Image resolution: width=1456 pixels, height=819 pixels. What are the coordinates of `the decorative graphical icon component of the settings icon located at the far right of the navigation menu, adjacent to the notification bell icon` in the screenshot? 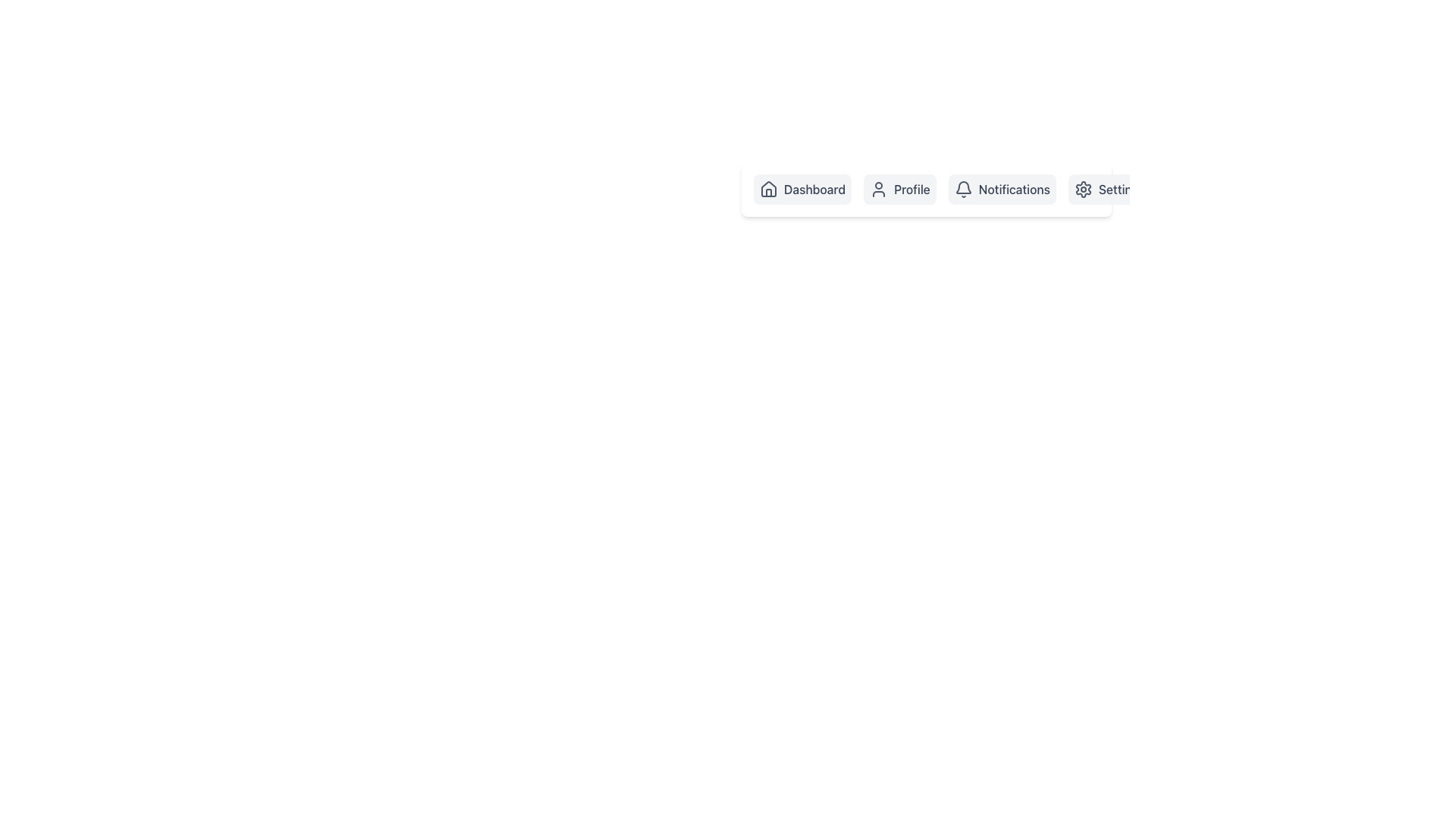 It's located at (1082, 189).